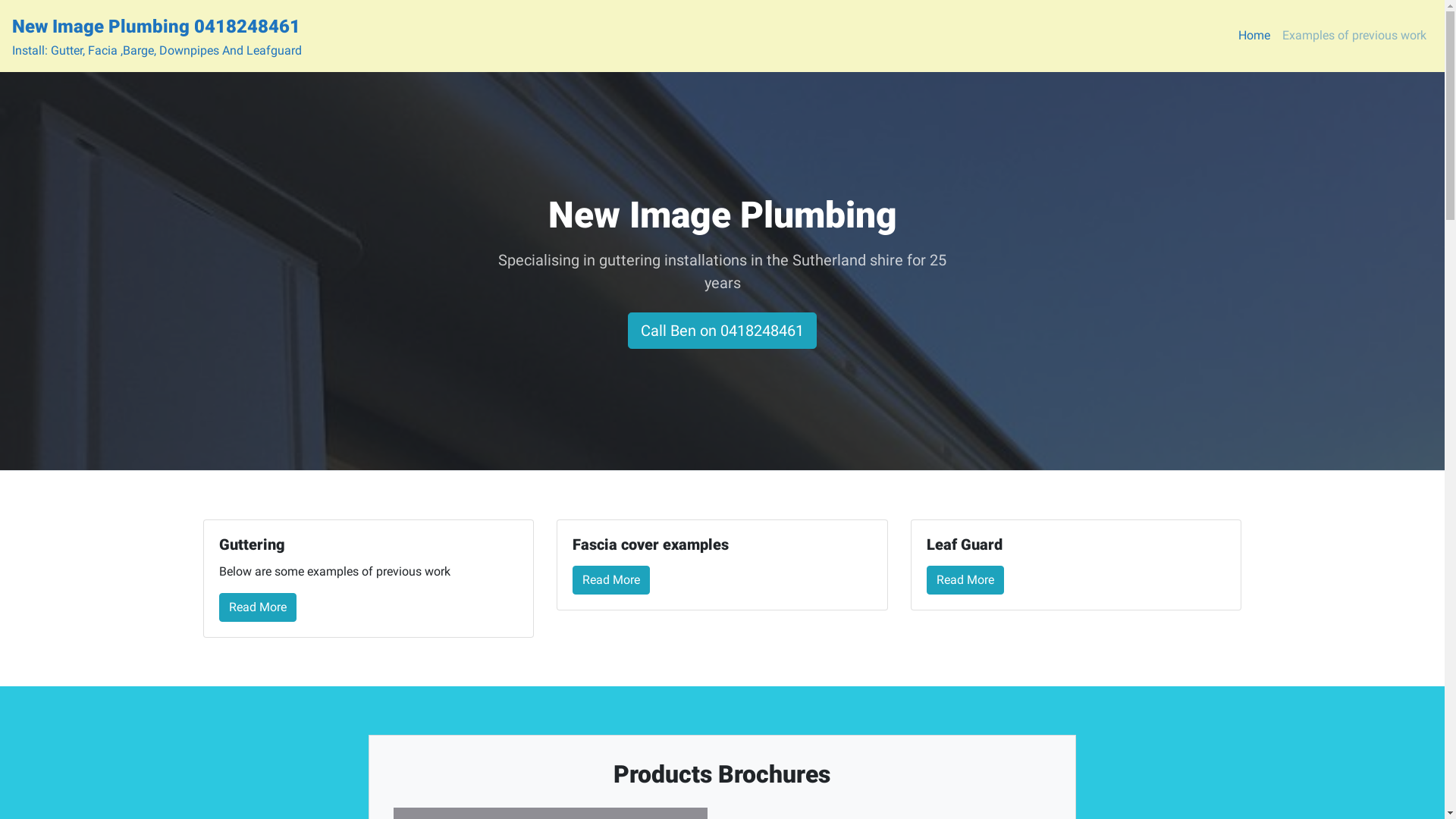 The width and height of the screenshot is (1456, 819). Describe the element at coordinates (571, 579) in the screenshot. I see `'Read More'` at that location.